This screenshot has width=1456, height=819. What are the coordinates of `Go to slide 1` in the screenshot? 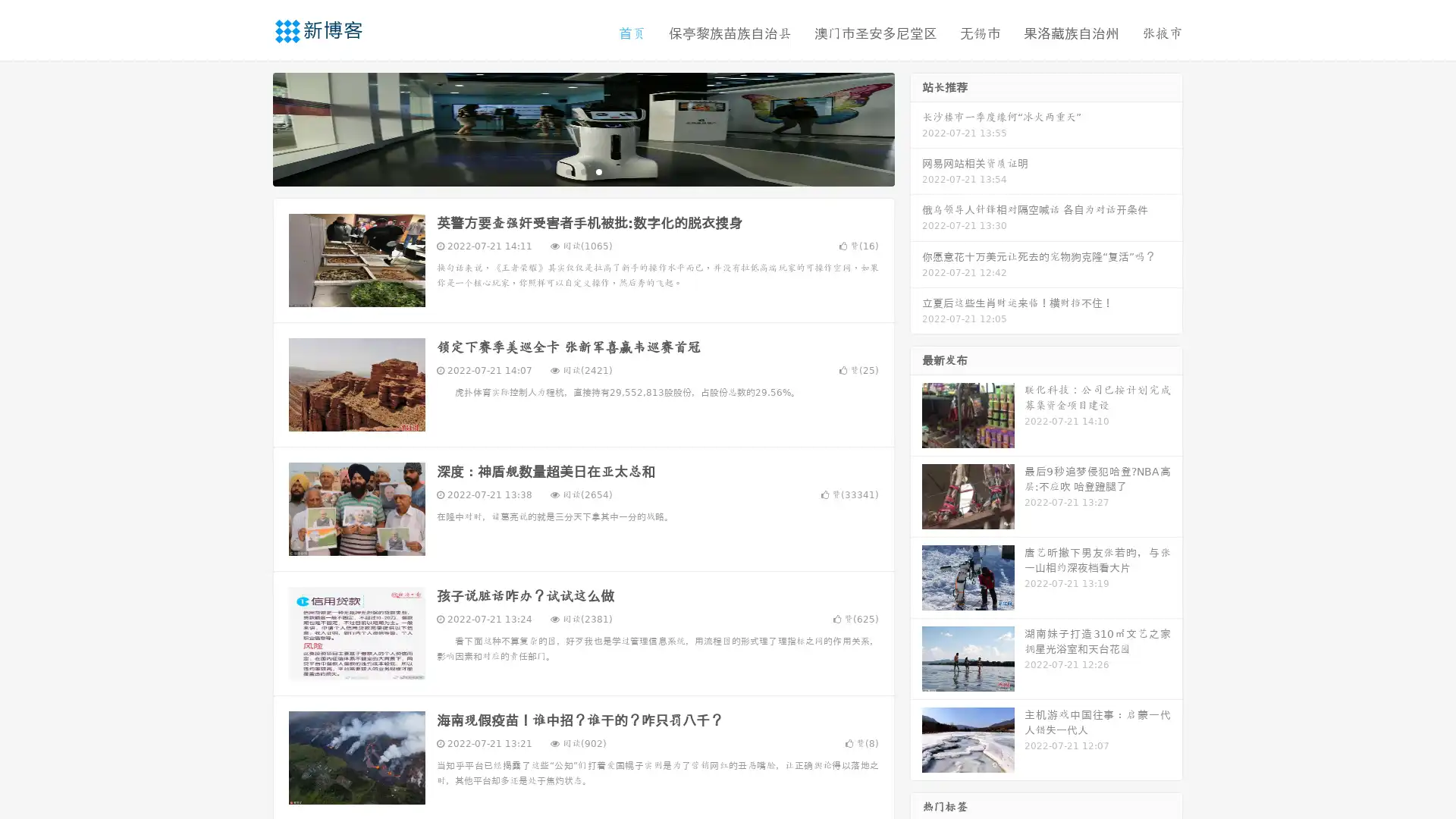 It's located at (567, 171).